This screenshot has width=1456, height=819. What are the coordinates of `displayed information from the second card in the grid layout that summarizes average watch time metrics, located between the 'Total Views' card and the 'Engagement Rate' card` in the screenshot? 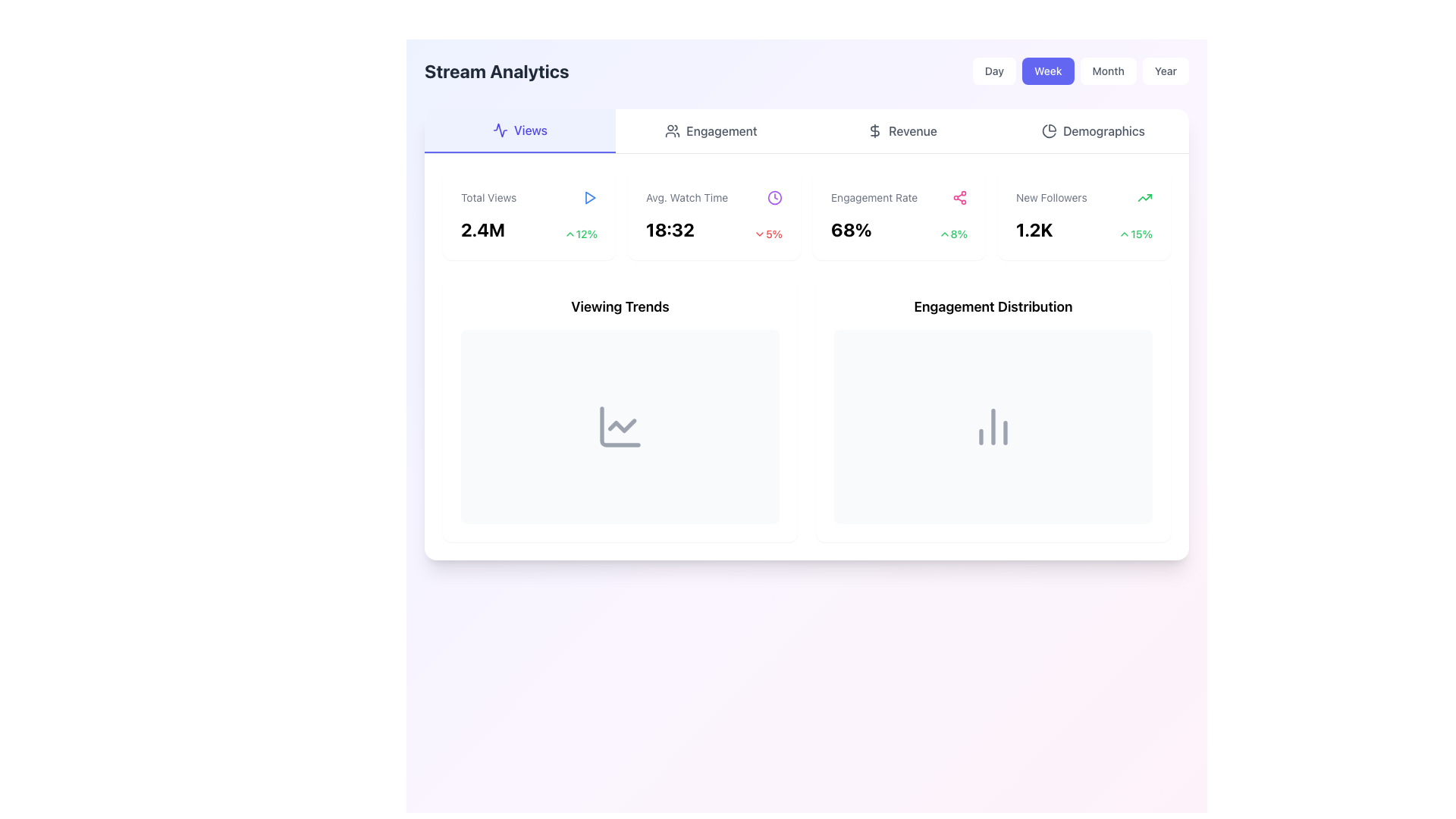 It's located at (713, 216).